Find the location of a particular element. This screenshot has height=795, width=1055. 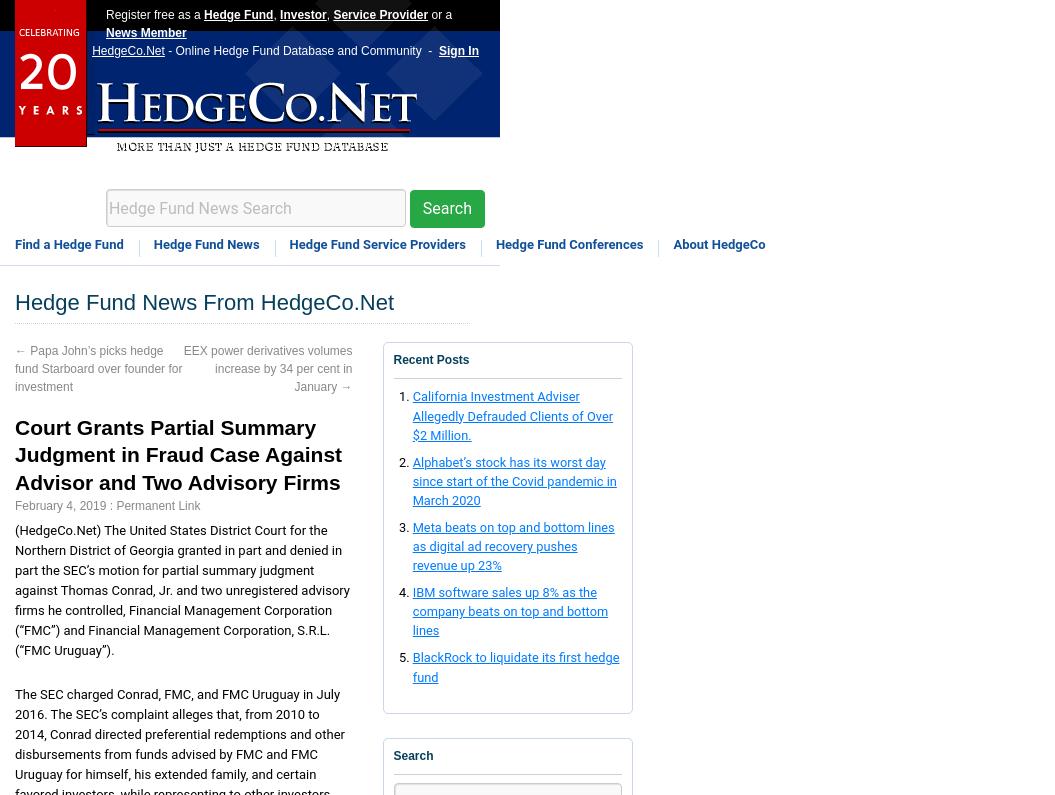

'February 4, 2019' is located at coordinates (59, 504).